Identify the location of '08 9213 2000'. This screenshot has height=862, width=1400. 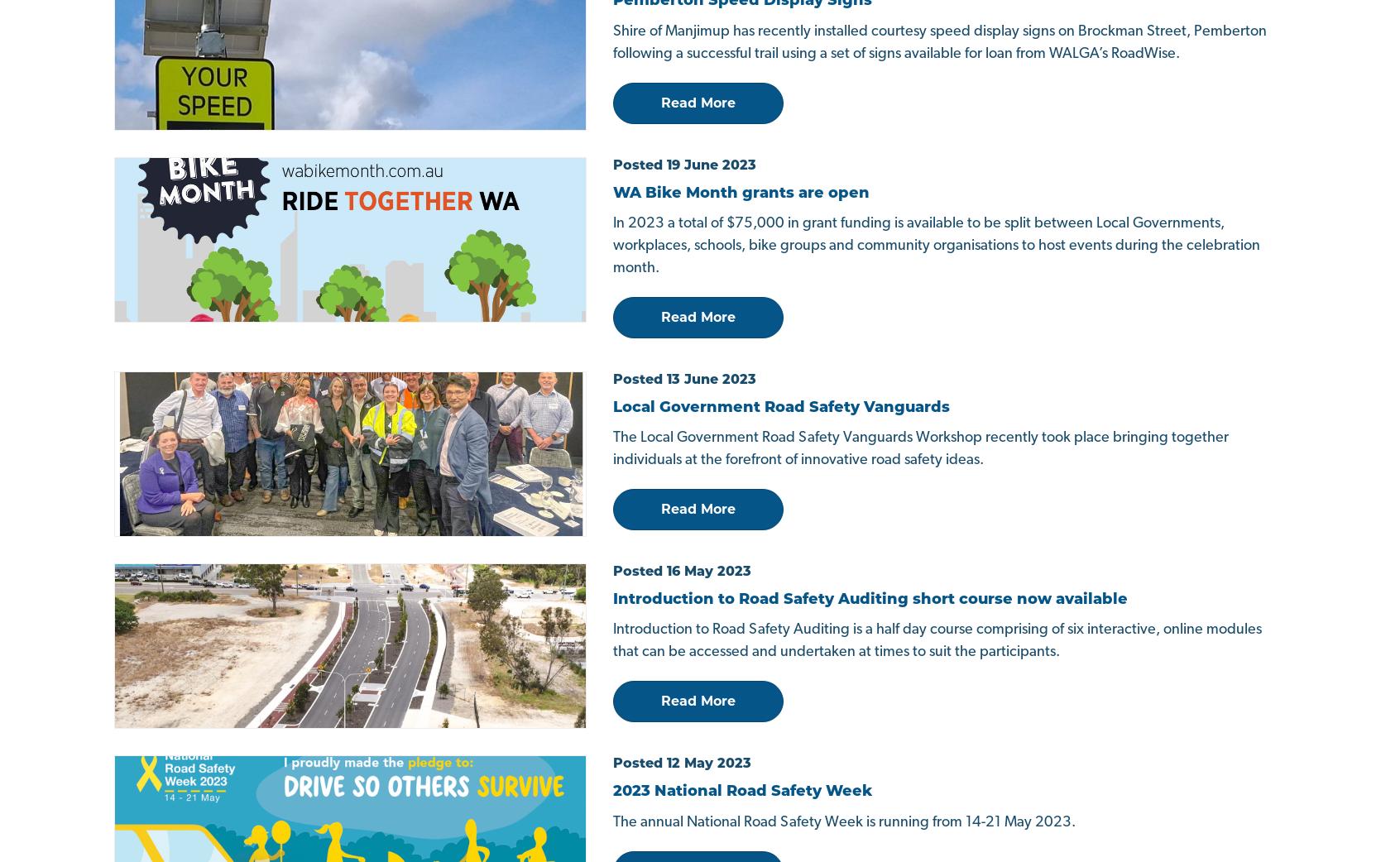
(172, 622).